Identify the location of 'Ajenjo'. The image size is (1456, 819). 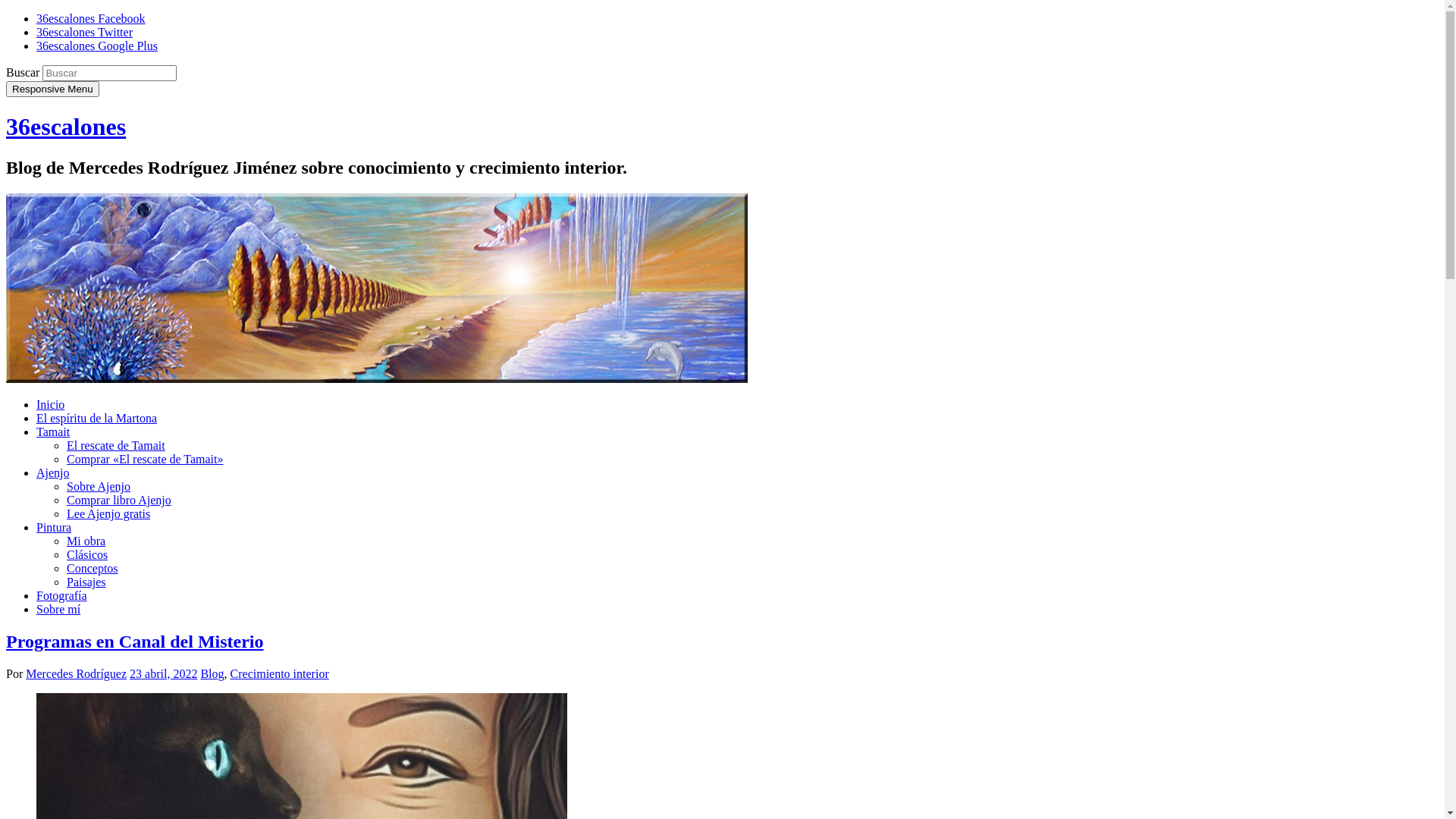
(53, 472).